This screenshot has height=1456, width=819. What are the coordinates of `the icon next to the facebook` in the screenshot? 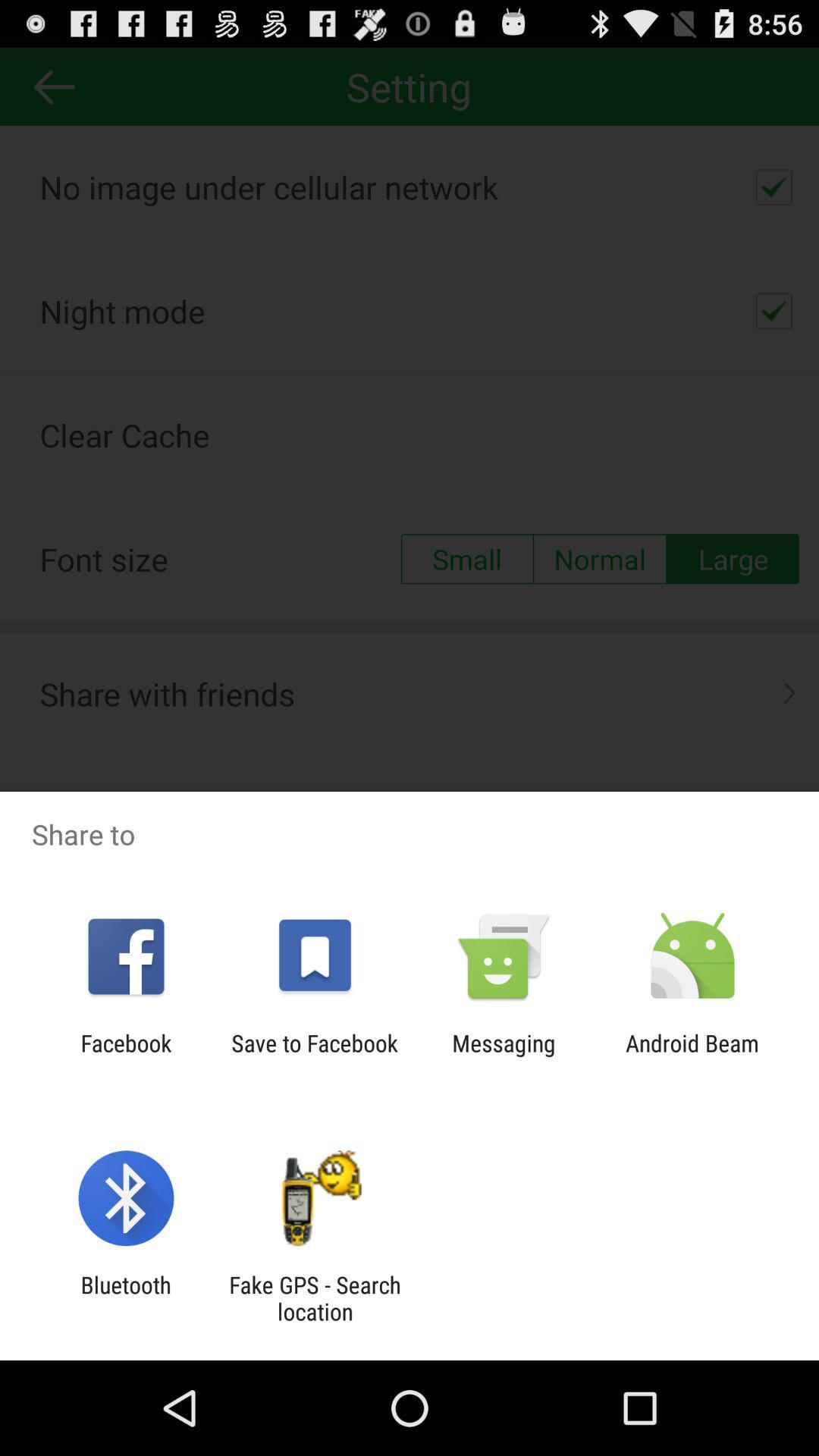 It's located at (314, 1056).